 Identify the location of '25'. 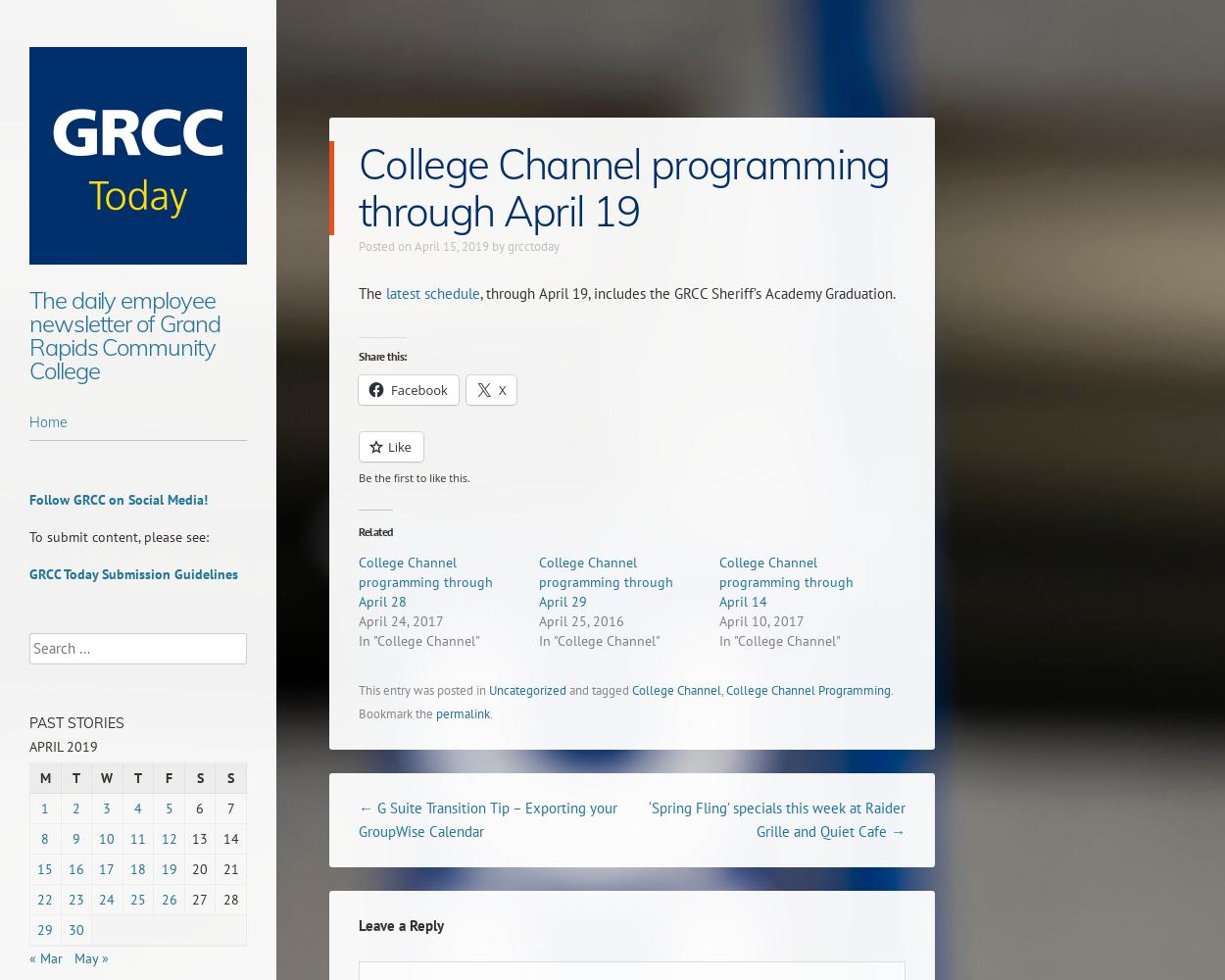
(137, 900).